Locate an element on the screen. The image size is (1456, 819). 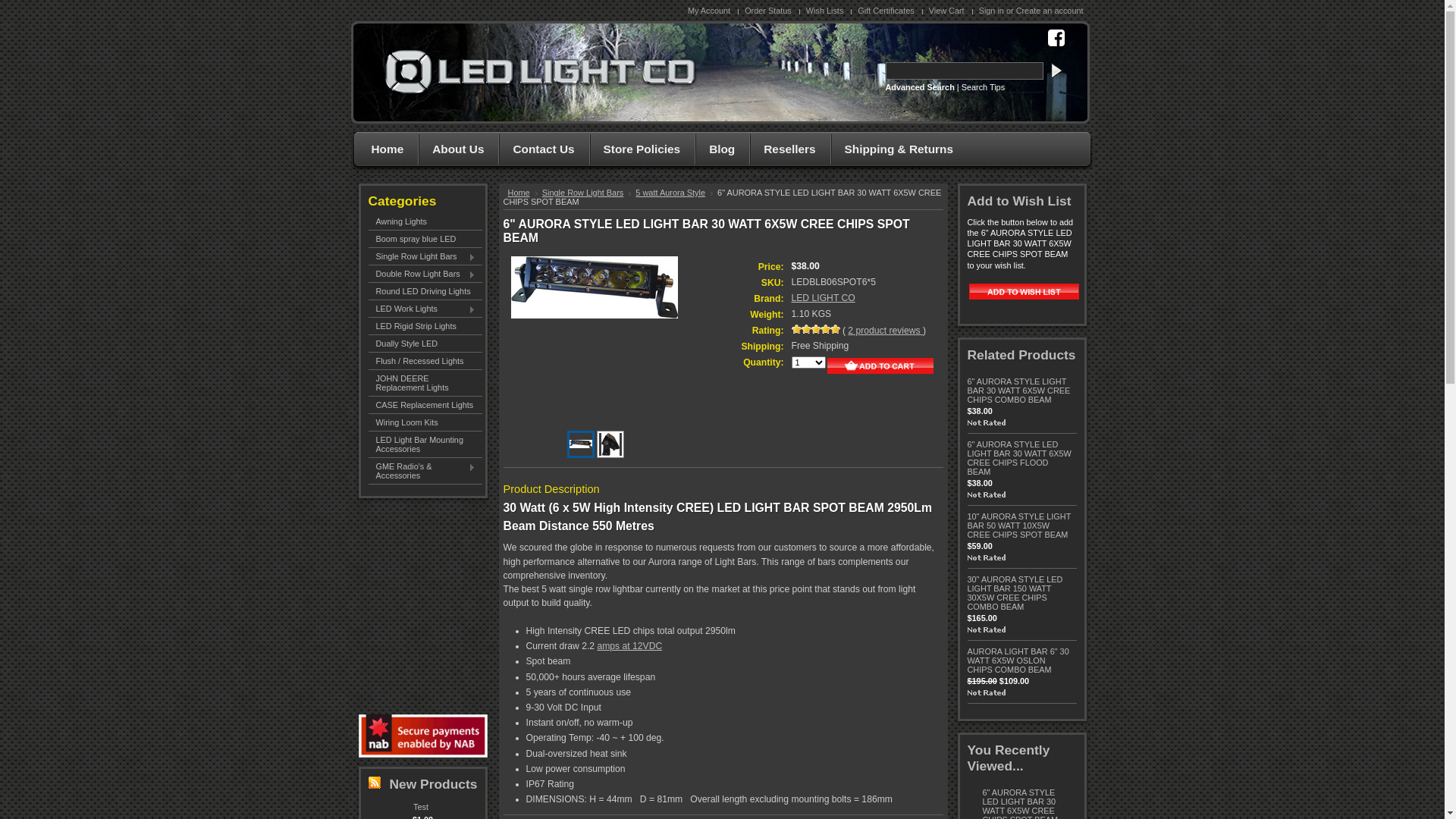
'Order Status' is located at coordinates (770, 11).